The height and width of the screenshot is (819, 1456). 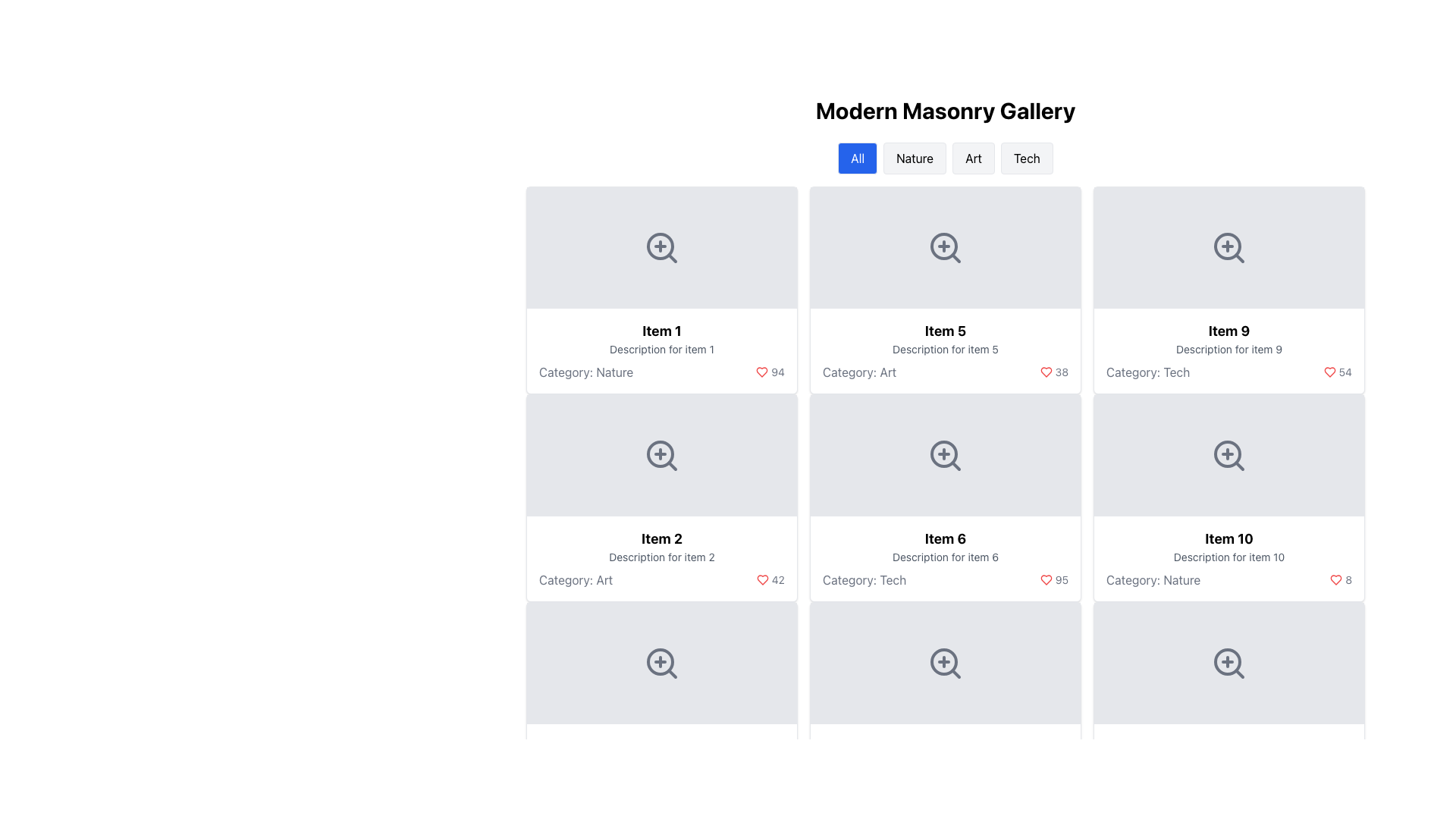 What do you see at coordinates (974, 158) in the screenshot?
I see `the 'Art' button, which is the third button in a horizontal group of four buttons below the title 'Modern Masonry Gallery', to filter items` at bounding box center [974, 158].